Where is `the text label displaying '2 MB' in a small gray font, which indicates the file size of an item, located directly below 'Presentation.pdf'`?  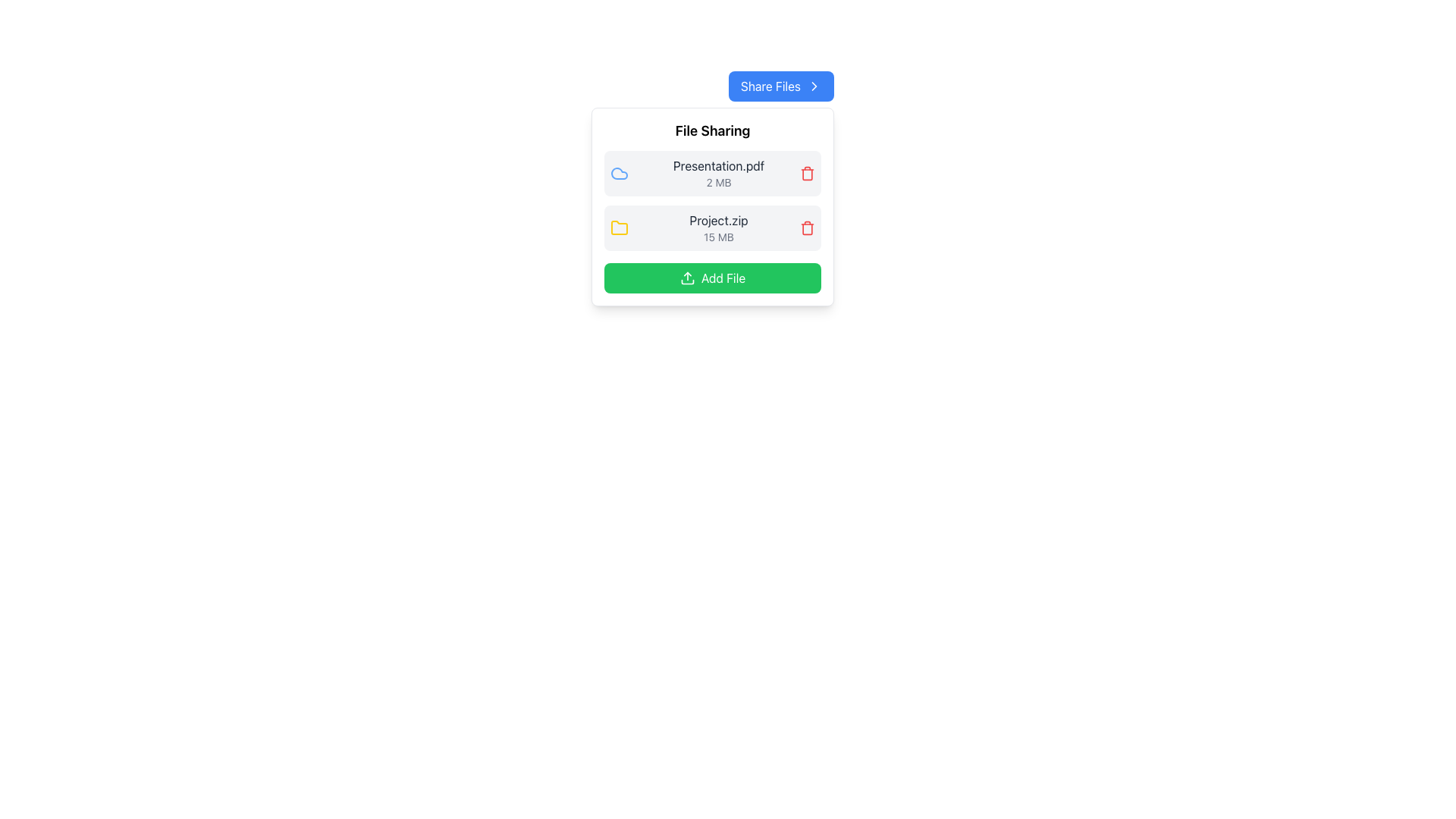 the text label displaying '2 MB' in a small gray font, which indicates the file size of an item, located directly below 'Presentation.pdf' is located at coordinates (718, 181).